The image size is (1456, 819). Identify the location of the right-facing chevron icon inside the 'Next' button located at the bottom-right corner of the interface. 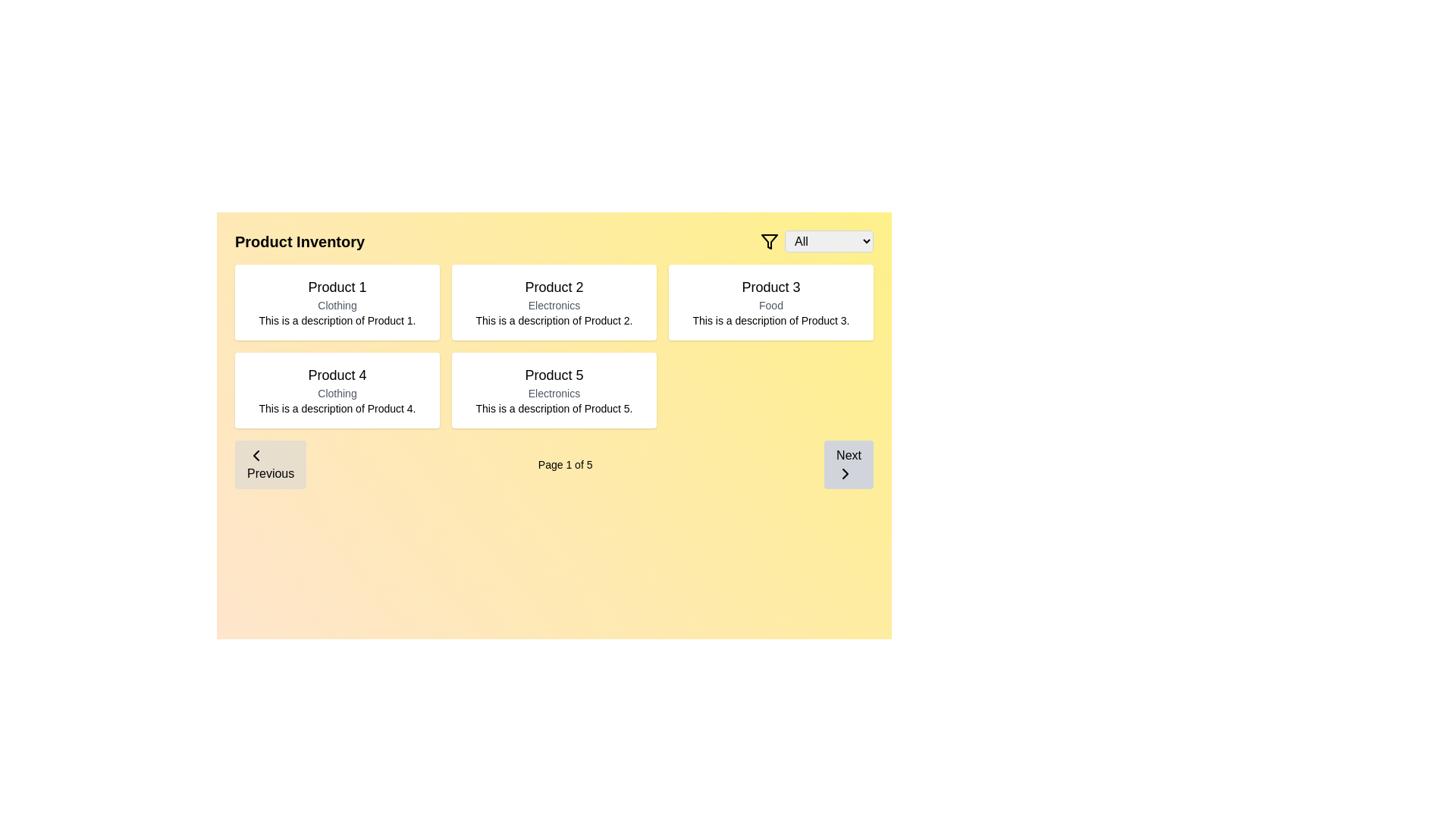
(845, 472).